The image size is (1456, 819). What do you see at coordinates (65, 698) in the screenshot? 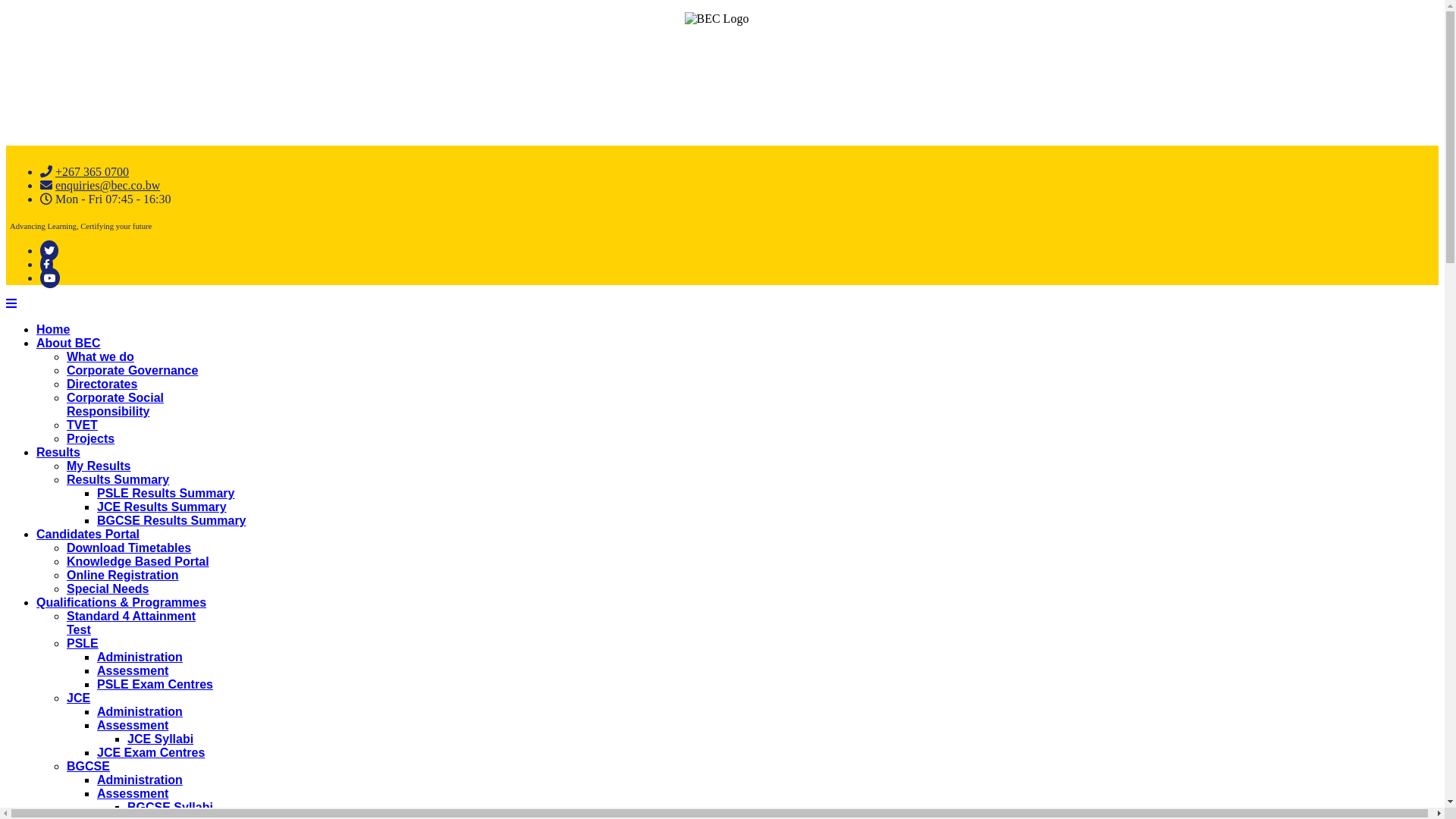
I see `'JCE'` at bounding box center [65, 698].